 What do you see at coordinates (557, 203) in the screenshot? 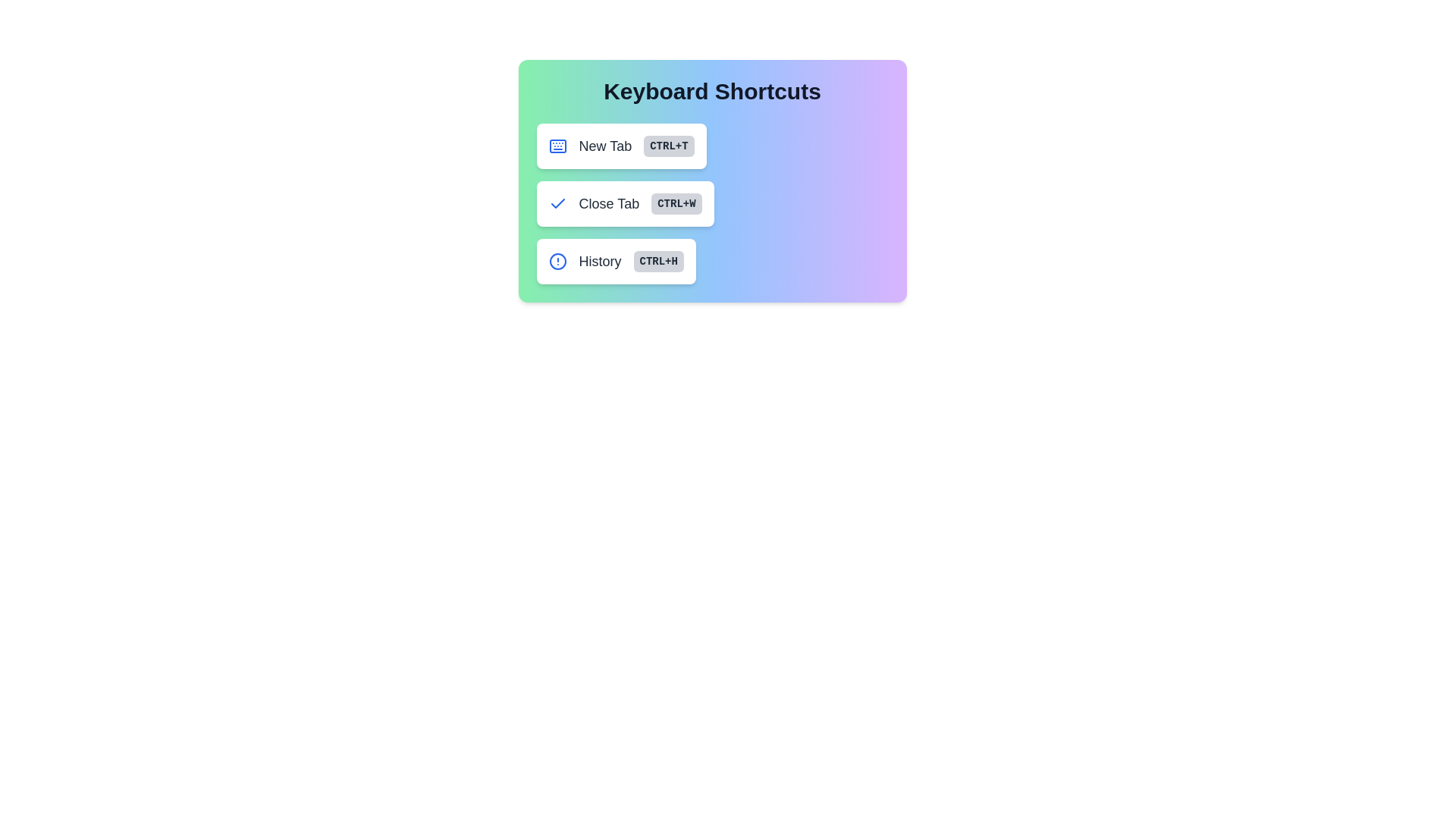
I see `the blue checkmark icon located in the leftmost part of the 'Close Tab' row, which is the second row under the 'Keyboard Shortcuts' heading` at bounding box center [557, 203].